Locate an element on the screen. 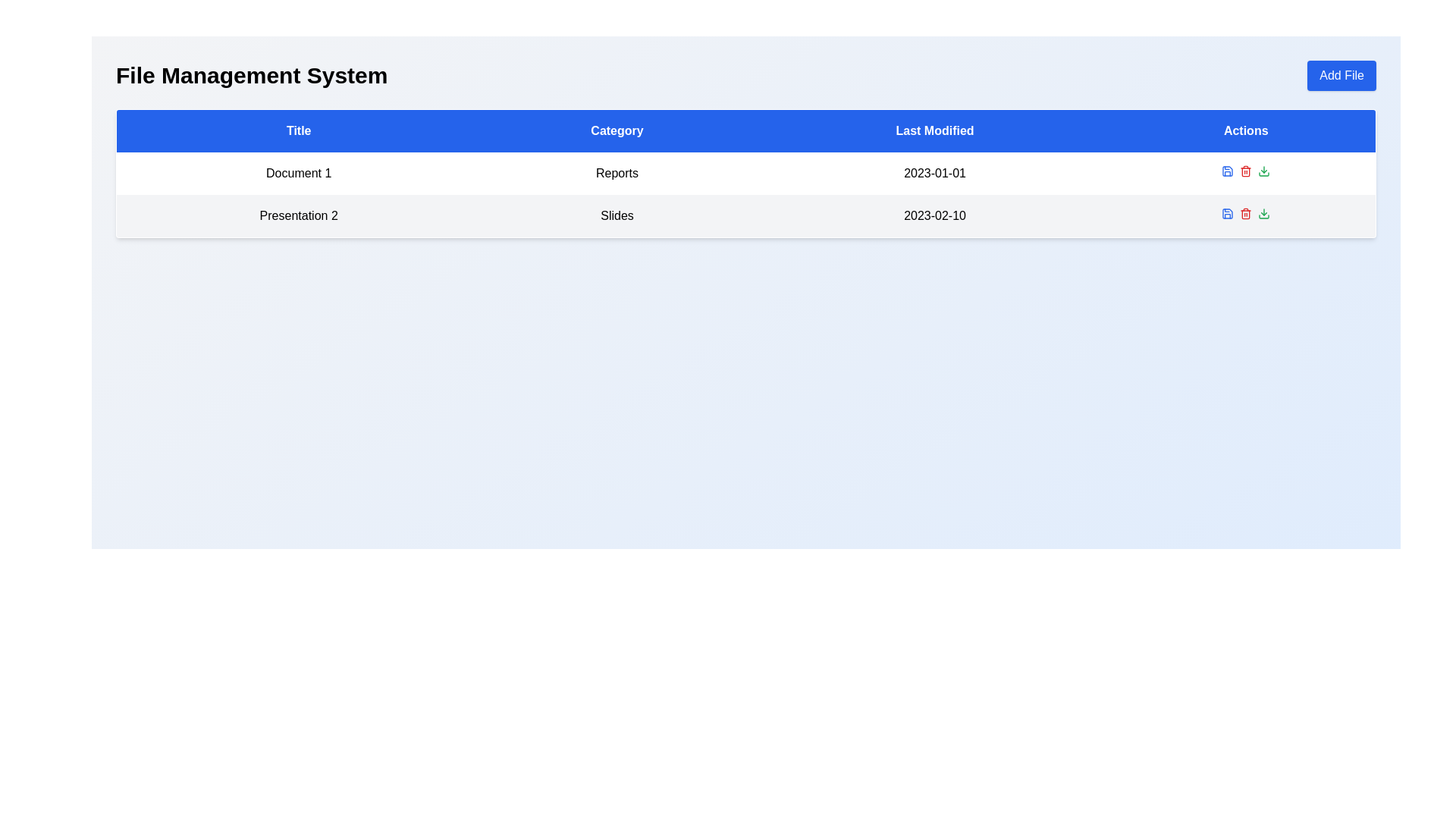 The height and width of the screenshot is (819, 1456). the static text displaying the last modification date for 'Document 1' in the 'Last Modified' column of the table is located at coordinates (934, 172).